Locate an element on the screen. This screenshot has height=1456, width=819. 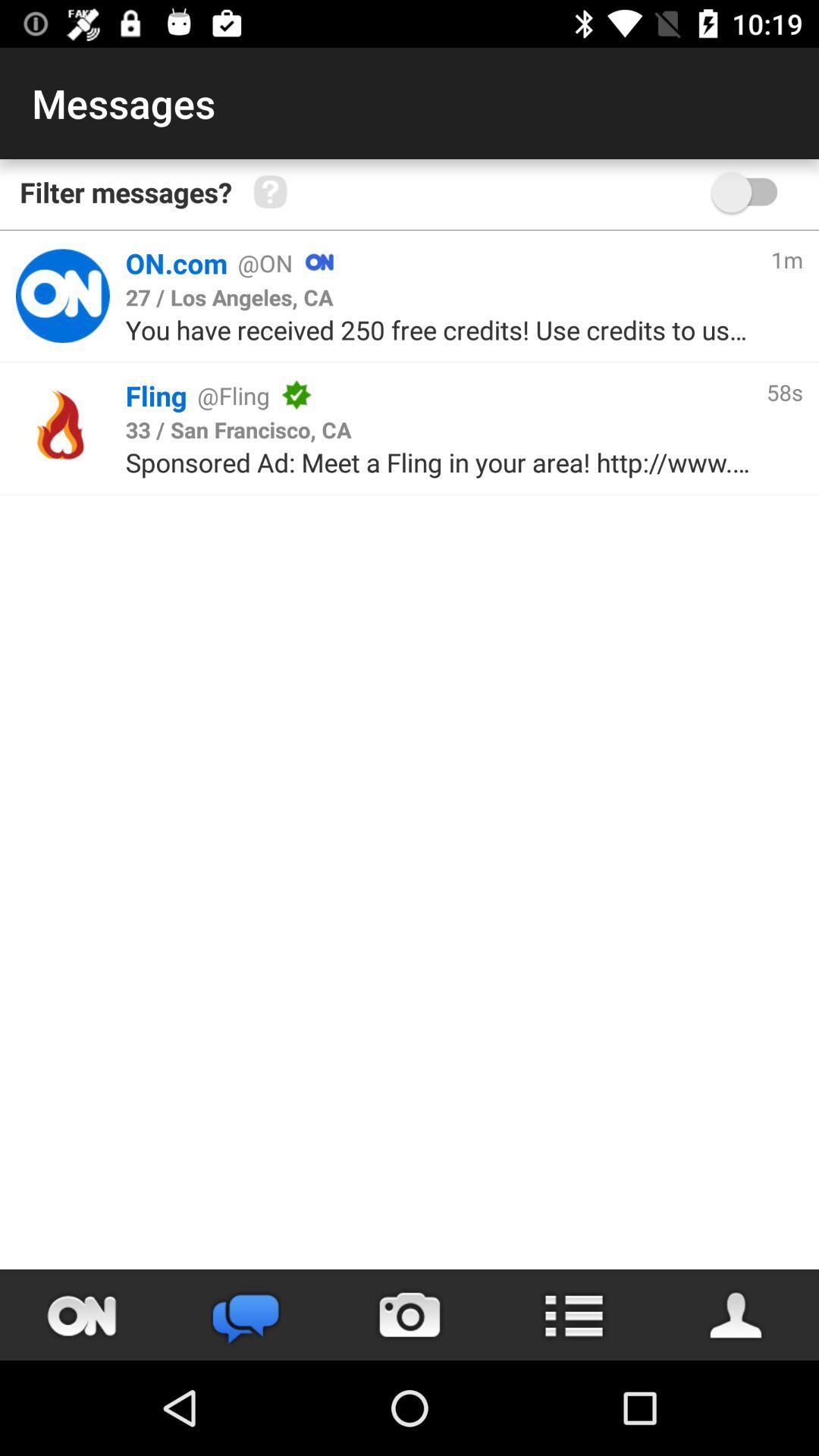
take picture is located at coordinates (409, 1314).